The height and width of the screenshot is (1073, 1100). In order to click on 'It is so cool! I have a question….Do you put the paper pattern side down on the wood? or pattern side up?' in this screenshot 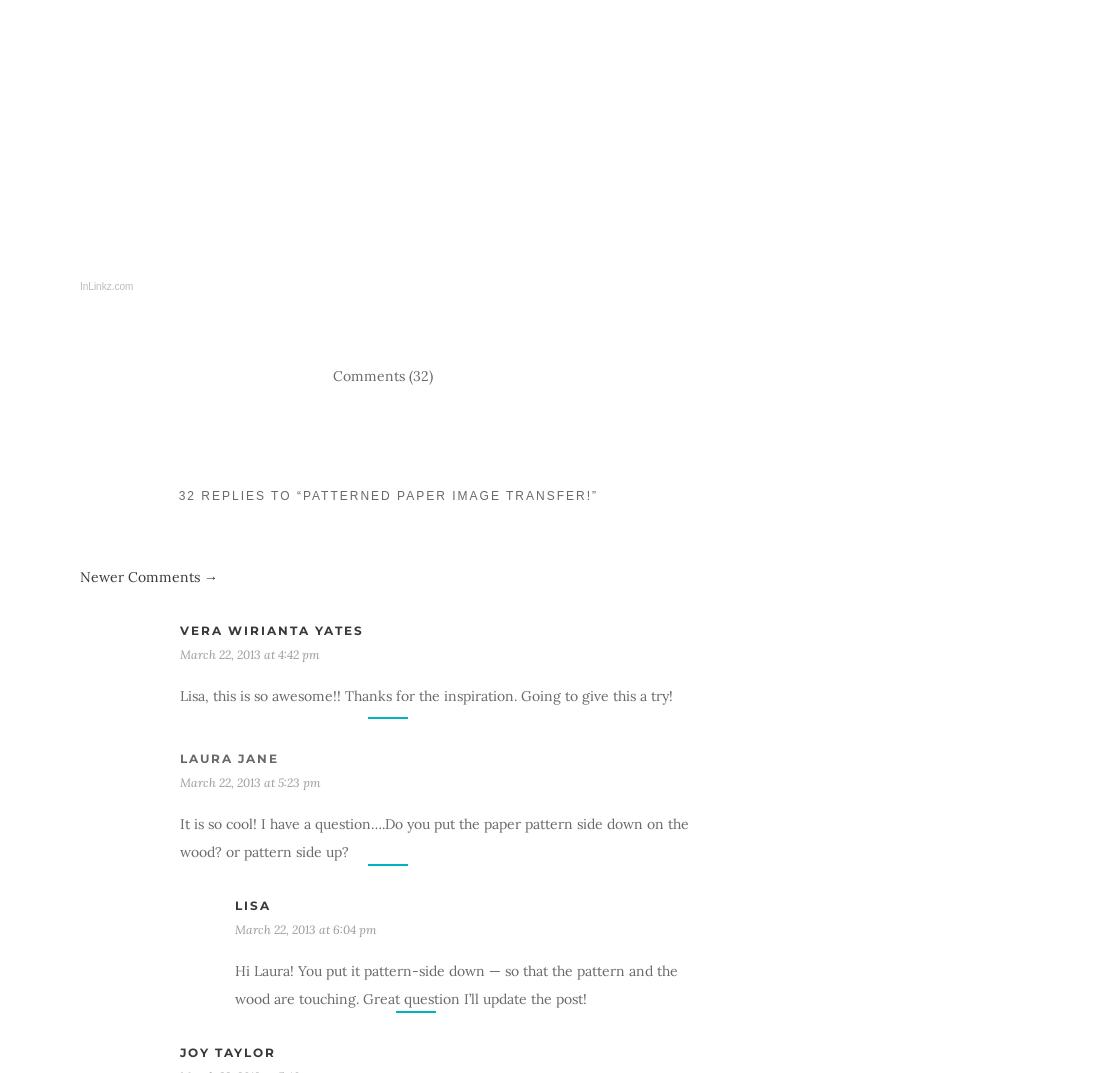, I will do `click(433, 836)`.